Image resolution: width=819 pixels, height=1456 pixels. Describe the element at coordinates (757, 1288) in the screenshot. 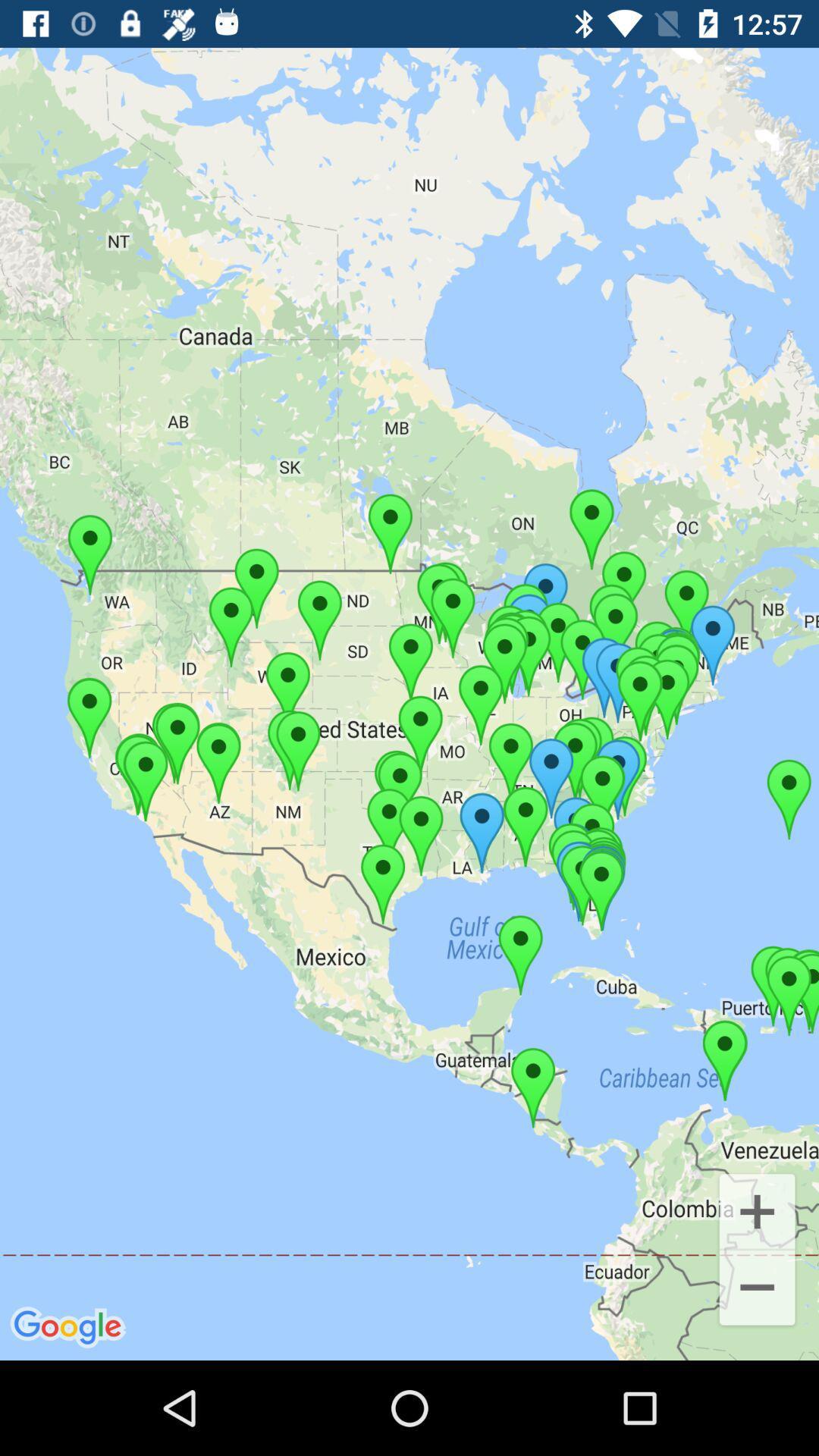

I see `the minus icon` at that location.